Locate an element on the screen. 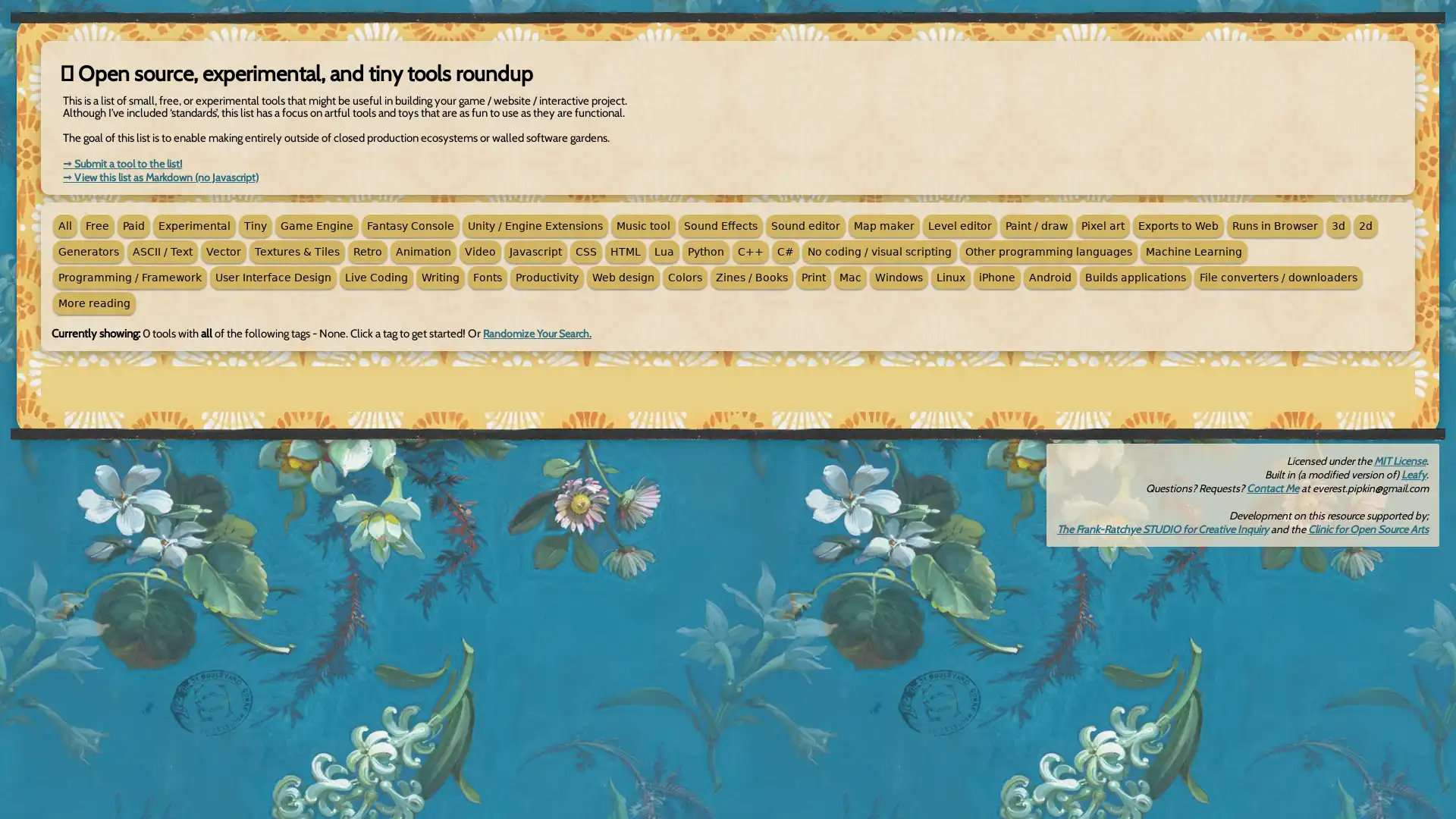 The image size is (1456, 819). Generators is located at coordinates (87, 250).